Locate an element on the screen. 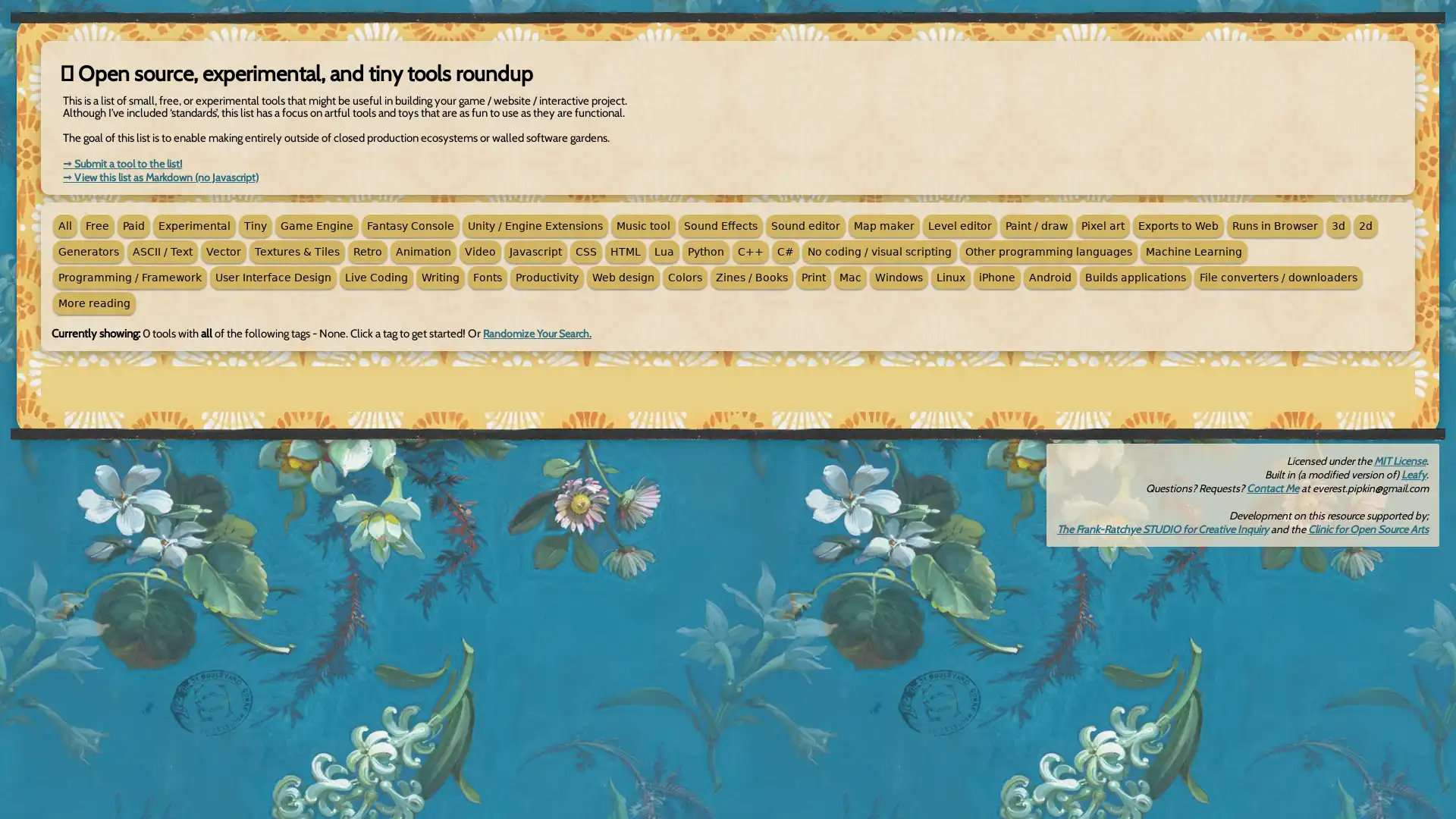 The image size is (1456, 819). Generators is located at coordinates (87, 250).